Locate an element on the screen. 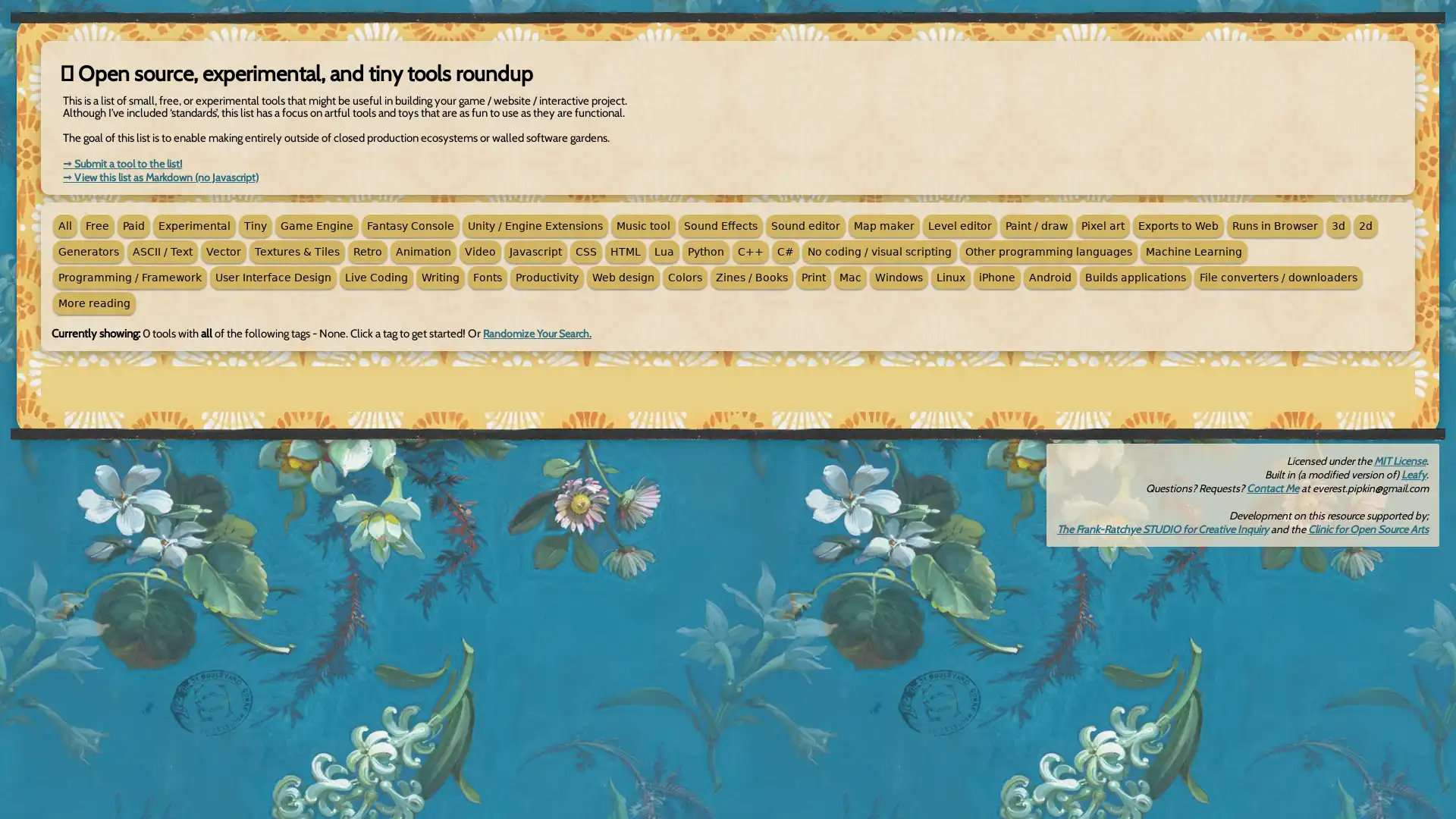 The image size is (1456, 819). Generators is located at coordinates (87, 250).